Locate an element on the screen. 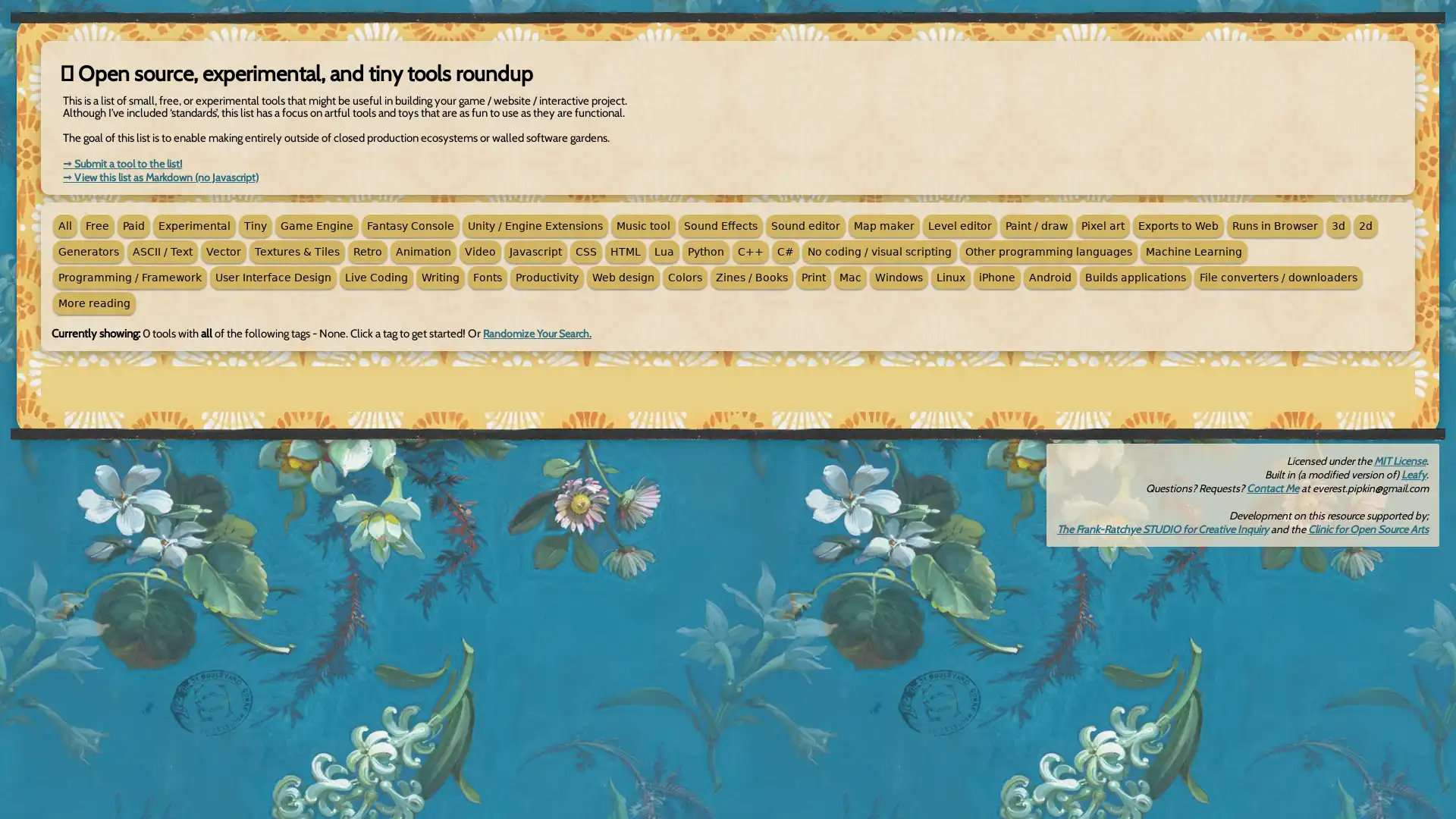 The image size is (1456, 819). Generators is located at coordinates (87, 250).